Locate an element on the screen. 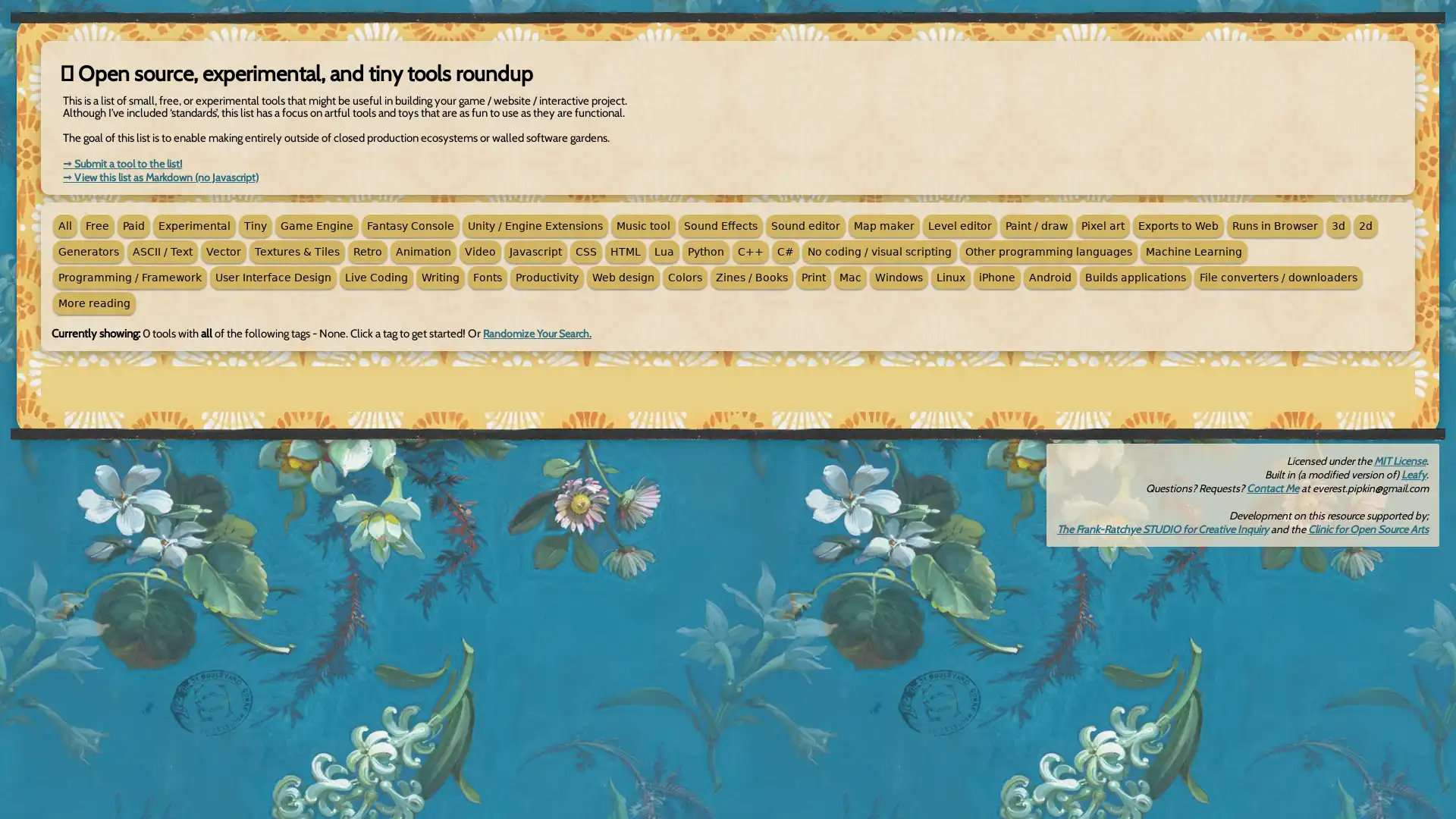 The image size is (1456, 819). Generators is located at coordinates (87, 250).